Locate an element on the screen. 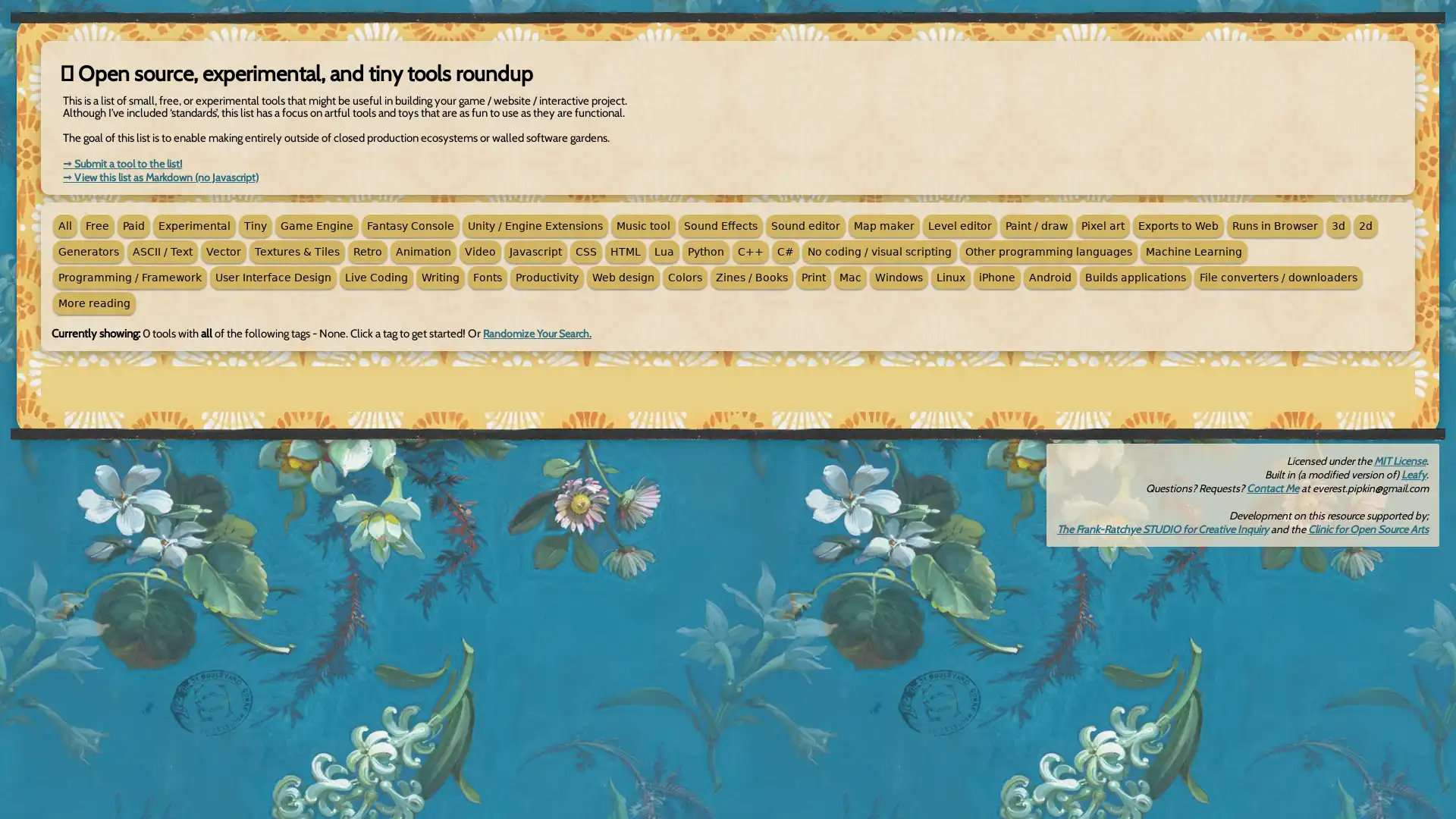 The image size is (1456, 819). Generators is located at coordinates (87, 250).